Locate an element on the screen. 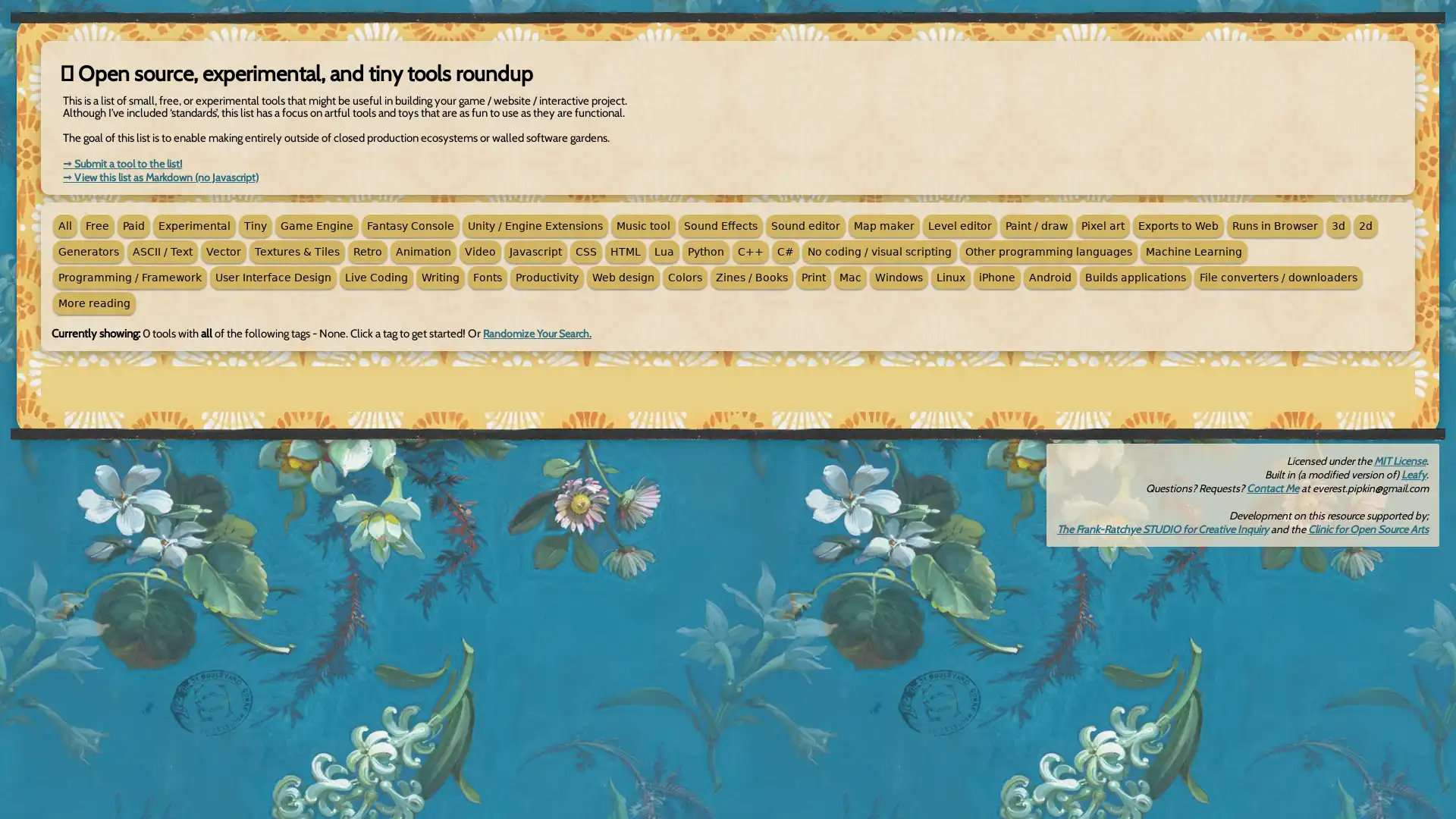 The image size is (1456, 819). Generators is located at coordinates (87, 250).